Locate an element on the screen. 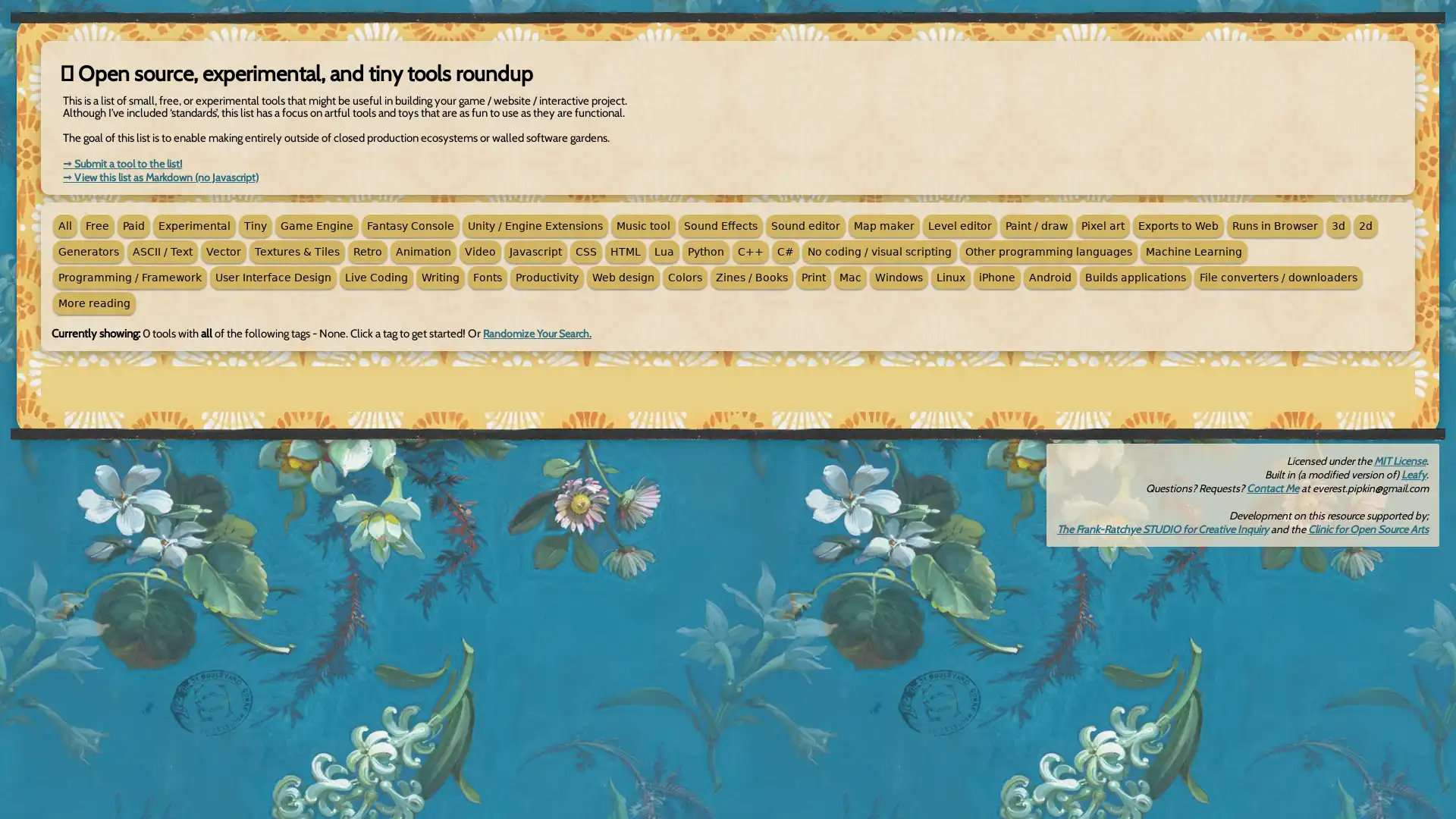 The image size is (1456, 819). Generators is located at coordinates (87, 250).